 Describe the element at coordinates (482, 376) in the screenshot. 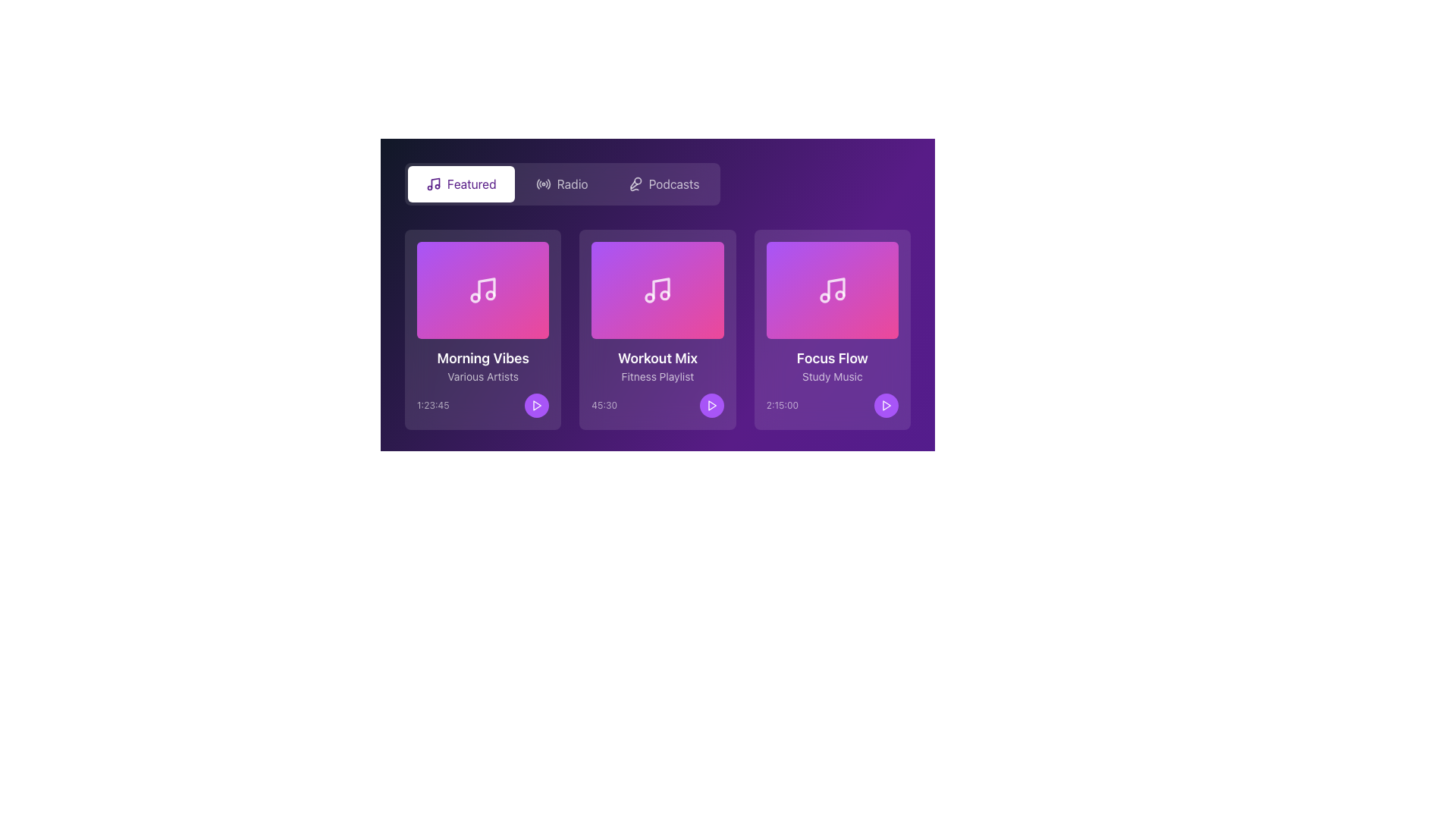

I see `the Text Label indicating 'Various Artists', which is located below the title 'Morning Vibes' and above the playback duration within the card` at that location.